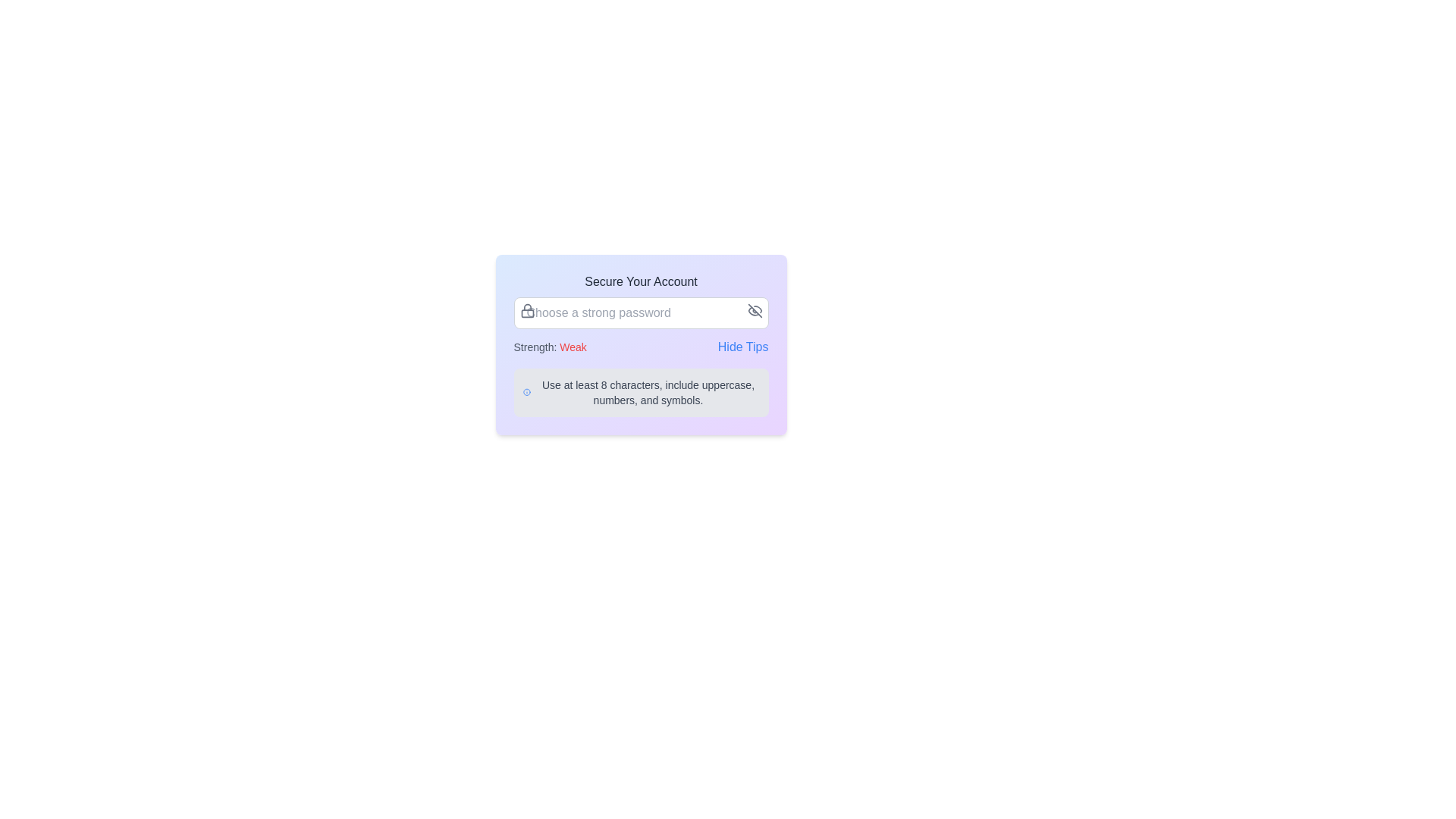 The image size is (1456, 819). What do you see at coordinates (527, 391) in the screenshot?
I see `the circular blue-stroked icon located on the left-hand side of the tooltip near the password instruction section` at bounding box center [527, 391].